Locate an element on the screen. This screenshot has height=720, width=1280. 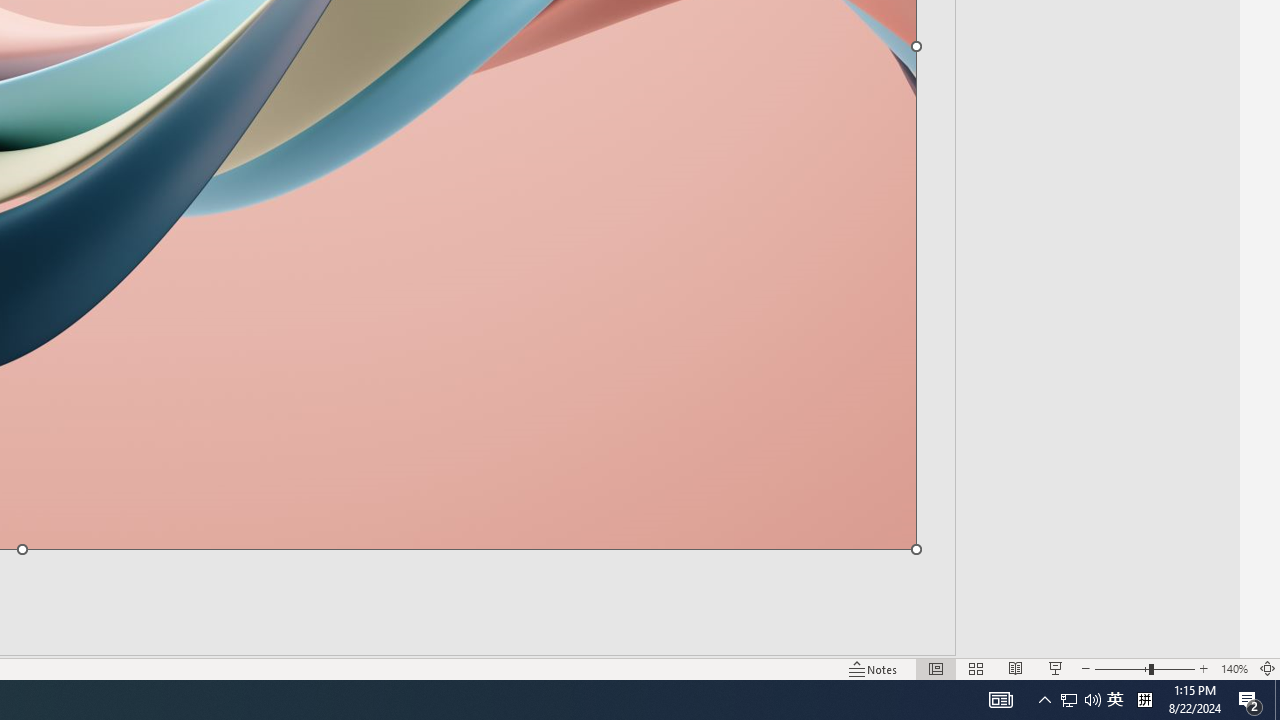
'Zoom Out' is located at coordinates (1121, 669).